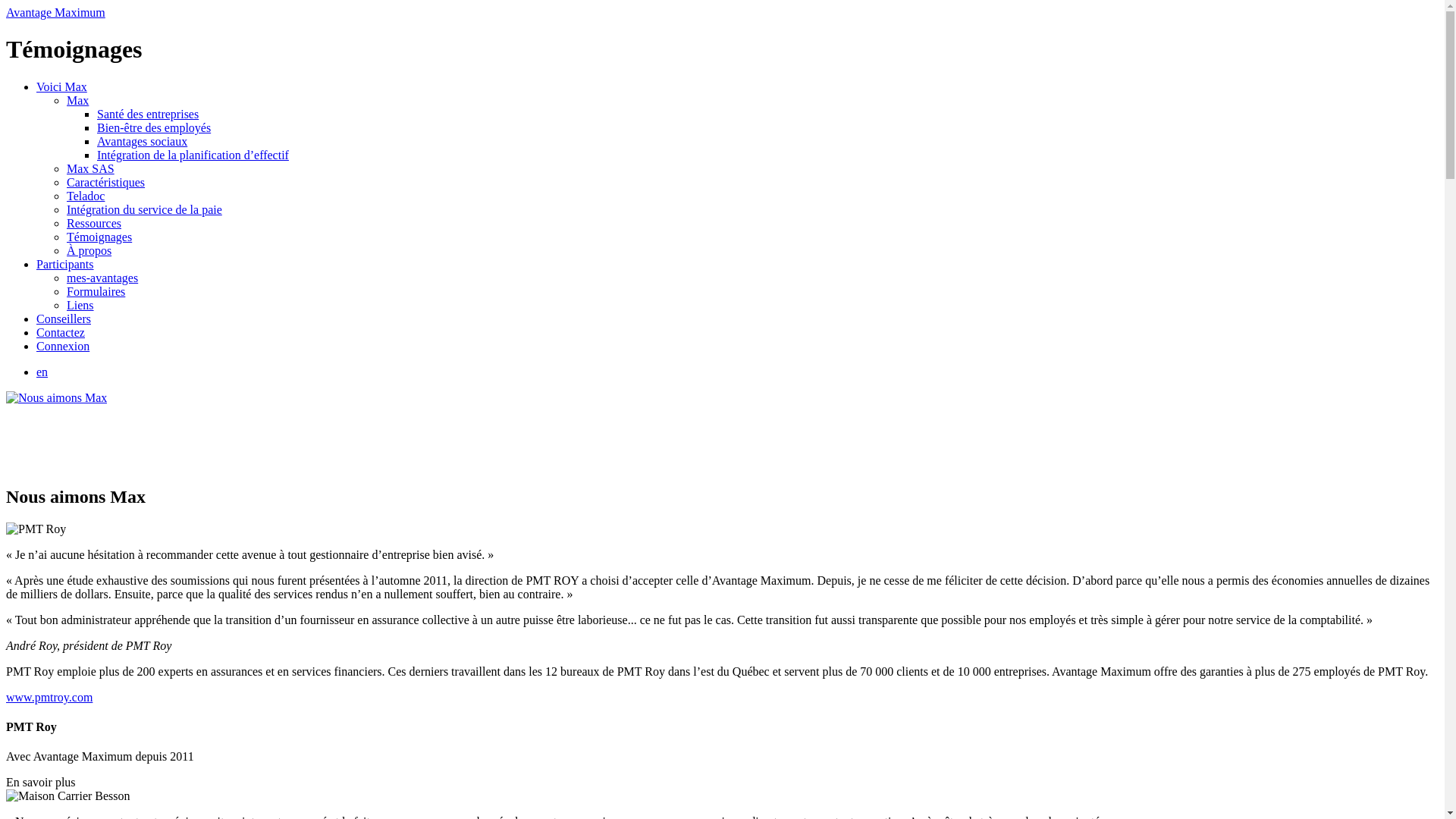 The height and width of the screenshot is (819, 1456). What do you see at coordinates (49, 697) in the screenshot?
I see `'www.pmtroy.com'` at bounding box center [49, 697].